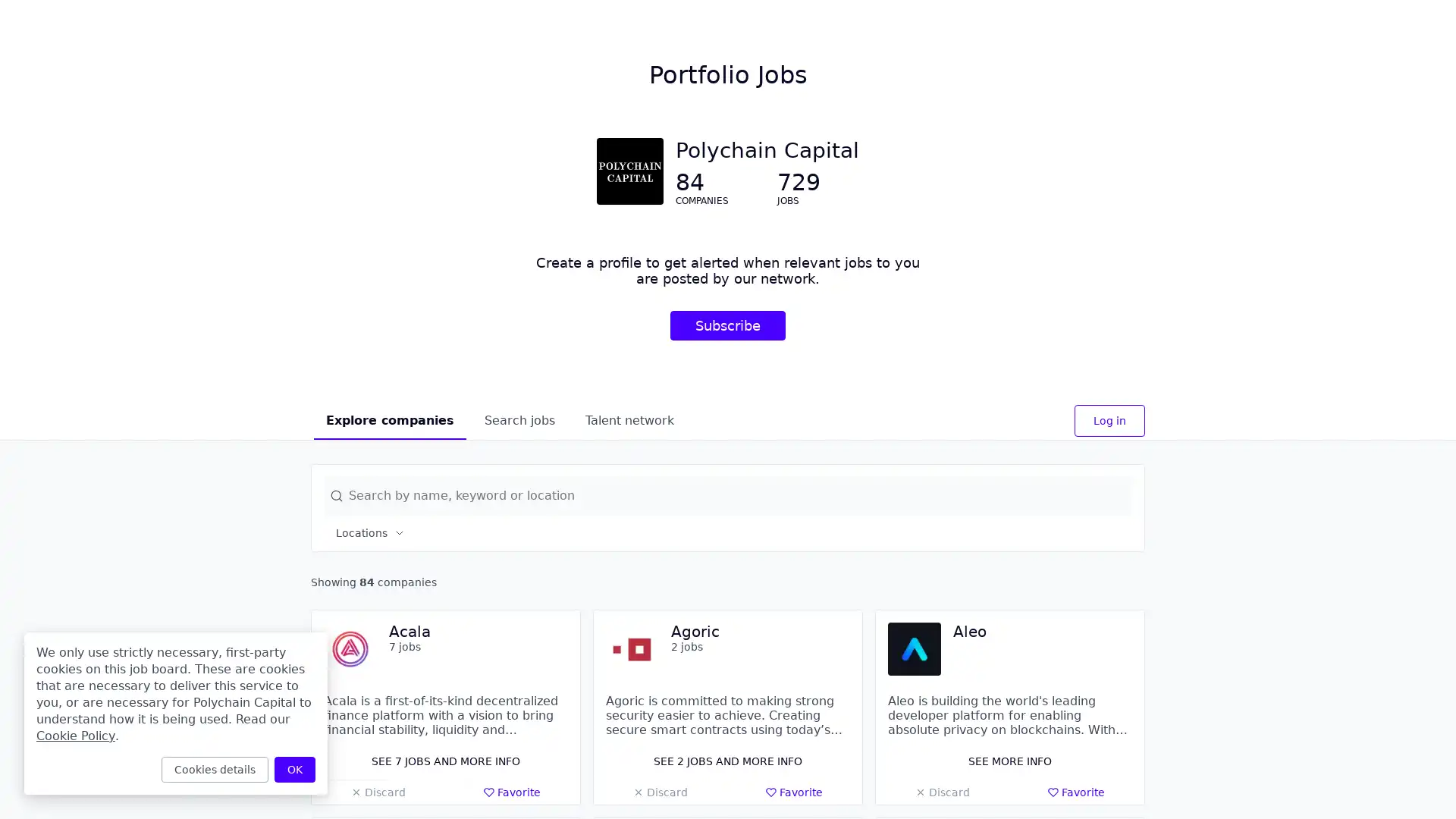 This screenshot has width=1456, height=819. Describe the element at coordinates (660, 792) in the screenshot. I see `Discard` at that location.